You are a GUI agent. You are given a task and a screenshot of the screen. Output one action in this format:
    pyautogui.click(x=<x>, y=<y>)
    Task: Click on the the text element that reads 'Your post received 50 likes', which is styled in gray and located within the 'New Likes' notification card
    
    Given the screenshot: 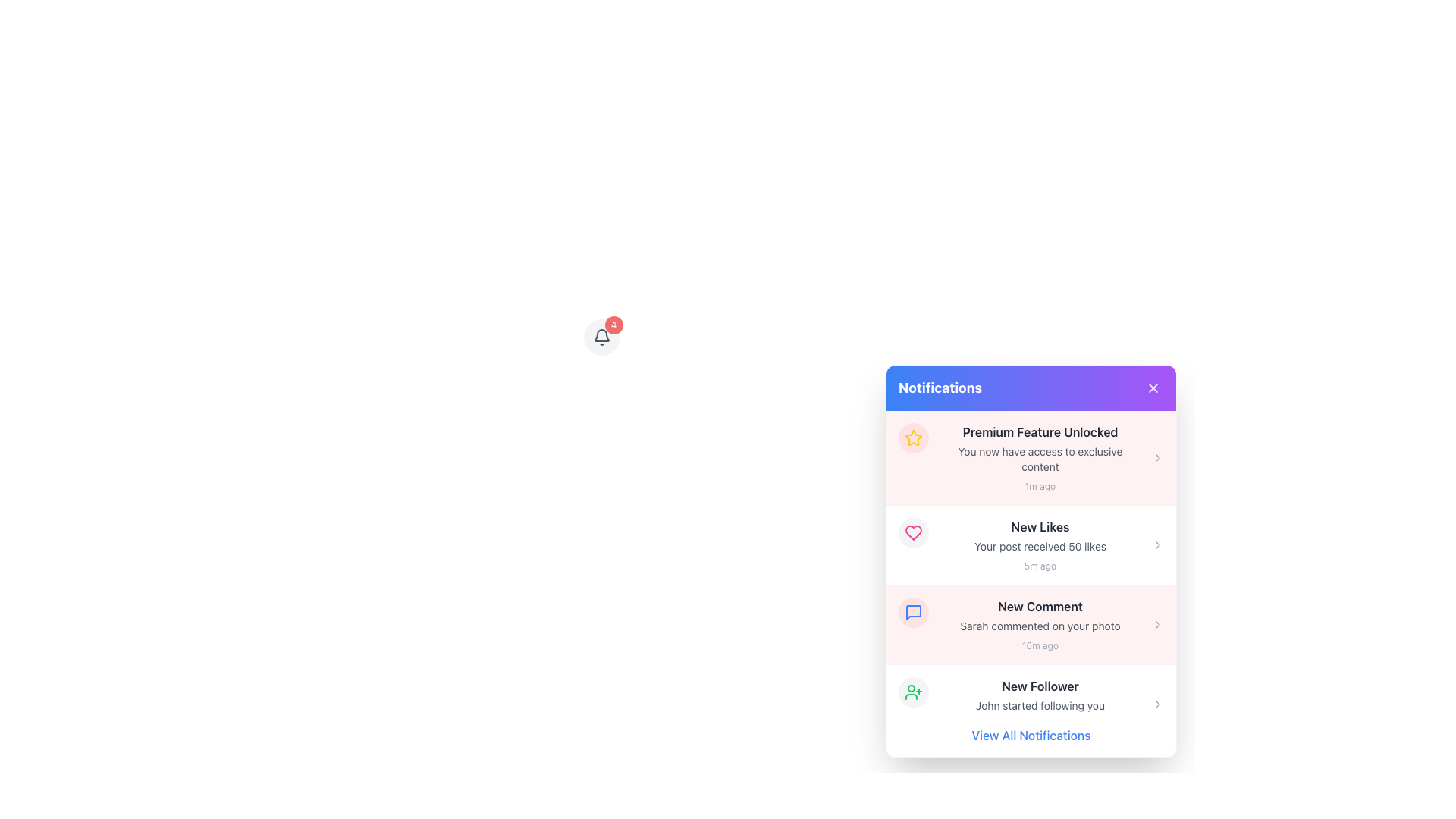 What is the action you would take?
    pyautogui.click(x=1040, y=547)
    